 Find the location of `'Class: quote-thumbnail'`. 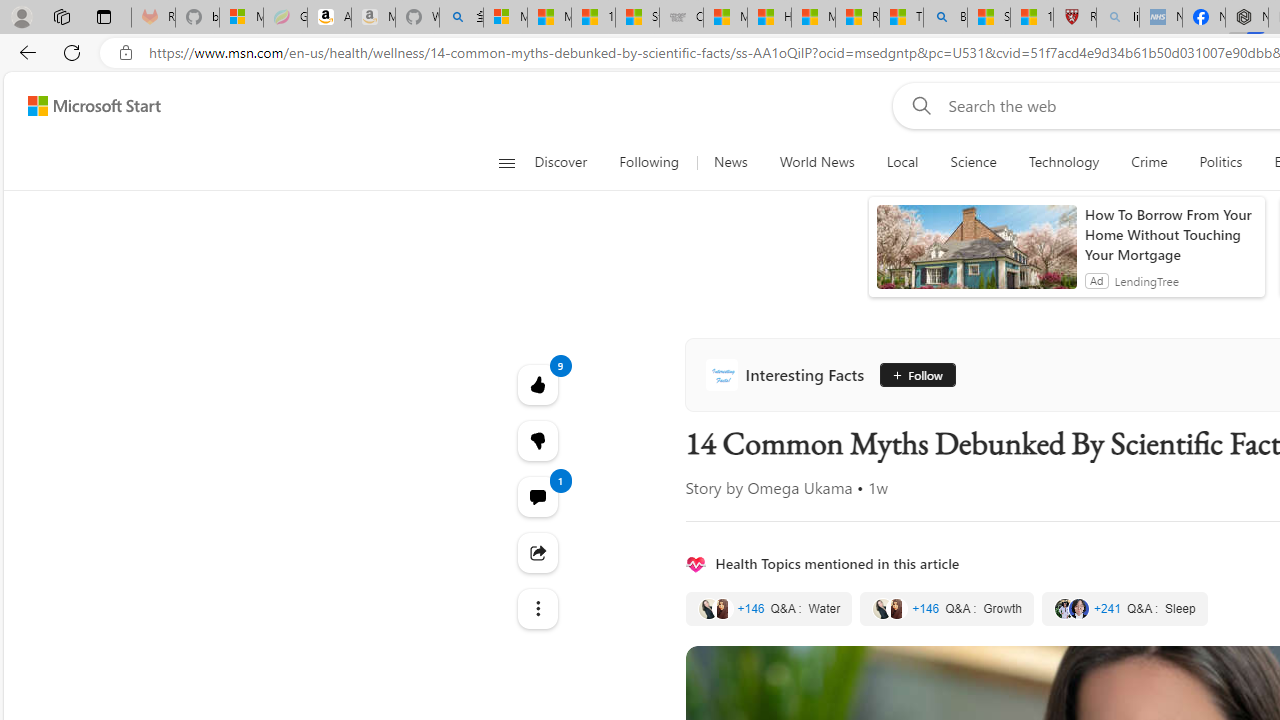

'Class: quote-thumbnail' is located at coordinates (1078, 608).